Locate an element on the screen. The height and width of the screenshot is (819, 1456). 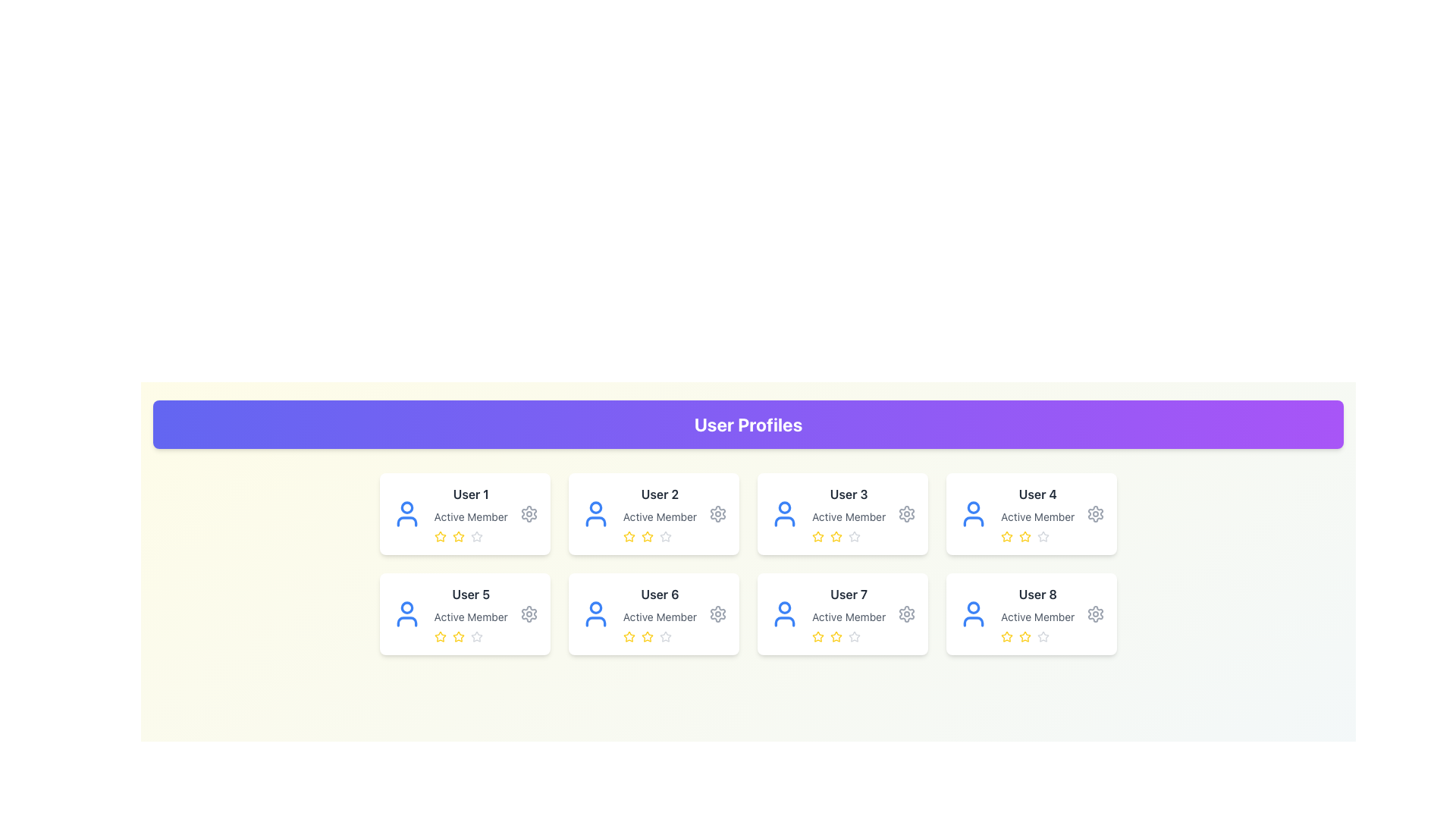
text on the Profile card representing a specific user located in the second column of the top row within the grid of user profiles, positioned immediately to the right of 'User 1' and above 'User 5' is located at coordinates (660, 513).